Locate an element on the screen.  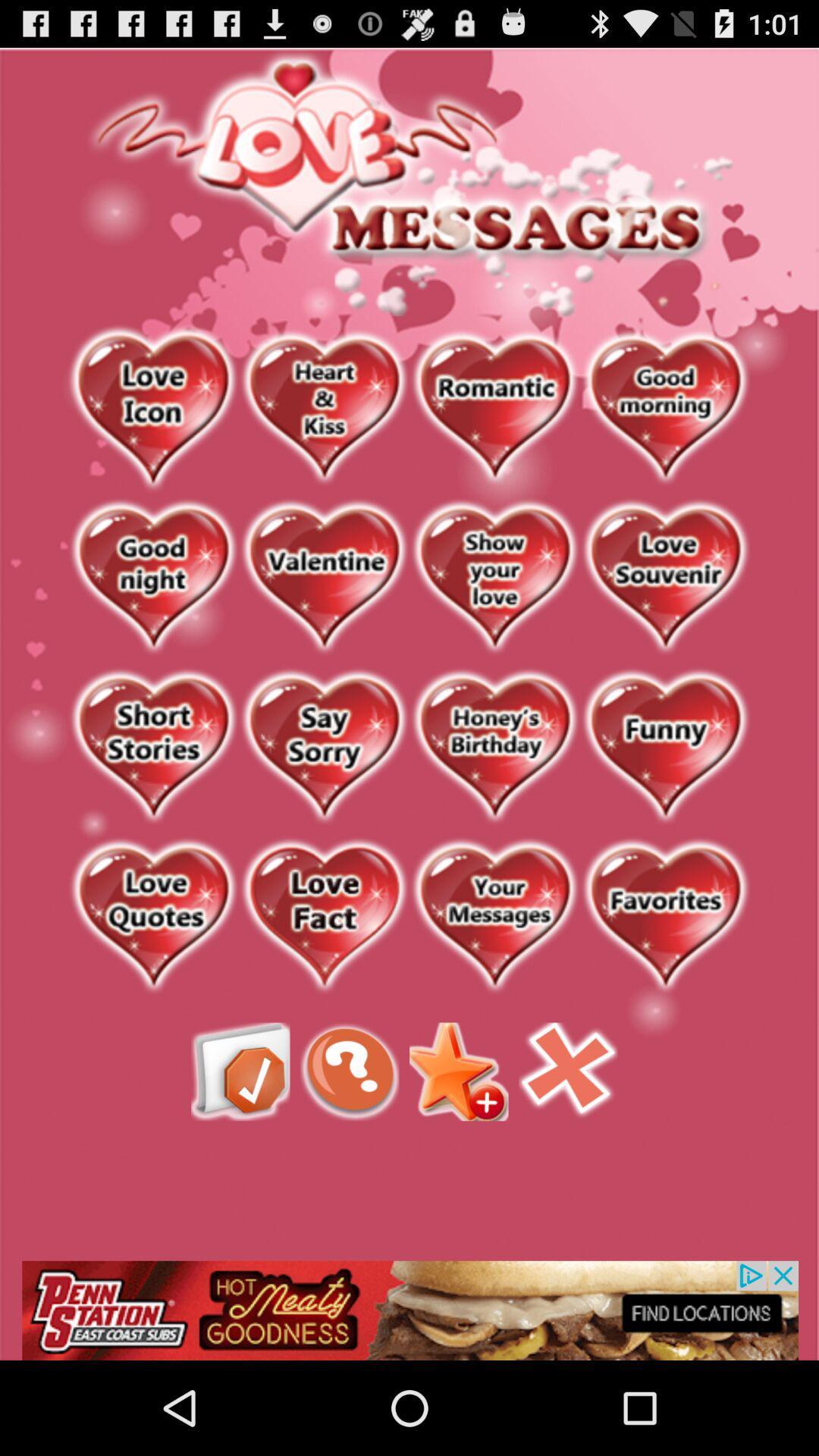
menu option is located at coordinates (240, 1071).